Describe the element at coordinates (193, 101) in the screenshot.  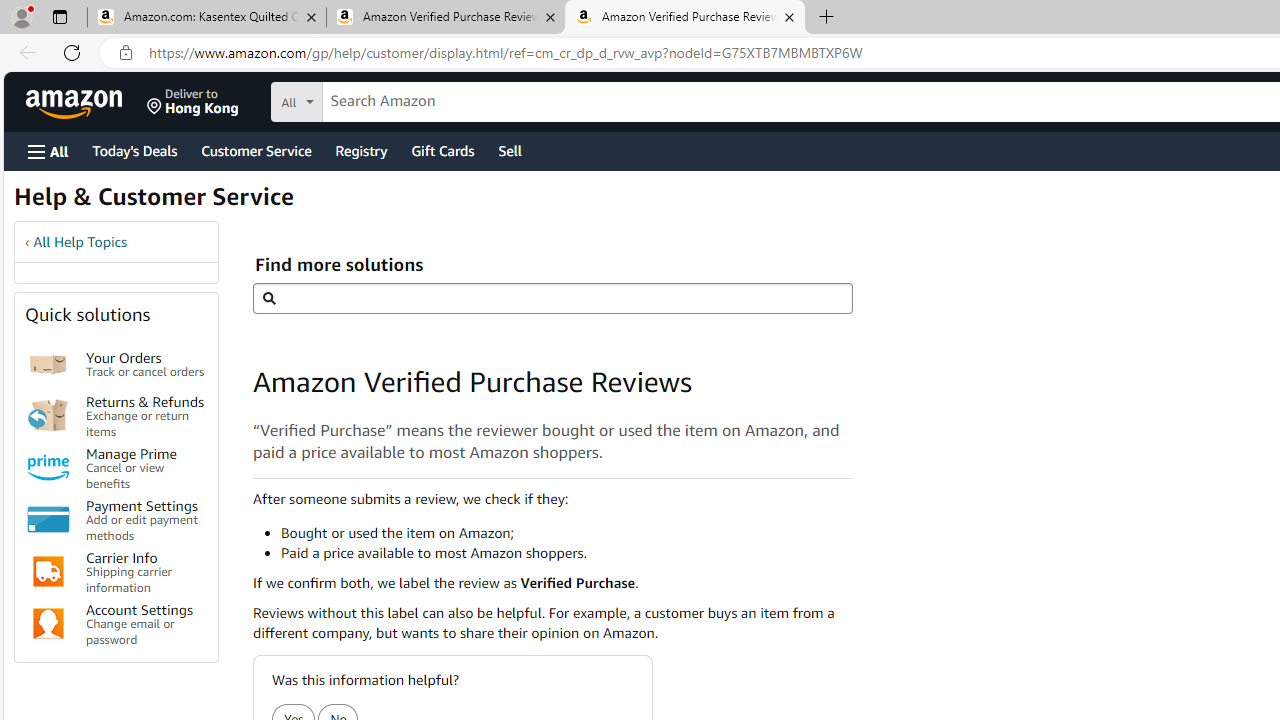
I see `'Deliver to Hong Kong'` at that location.